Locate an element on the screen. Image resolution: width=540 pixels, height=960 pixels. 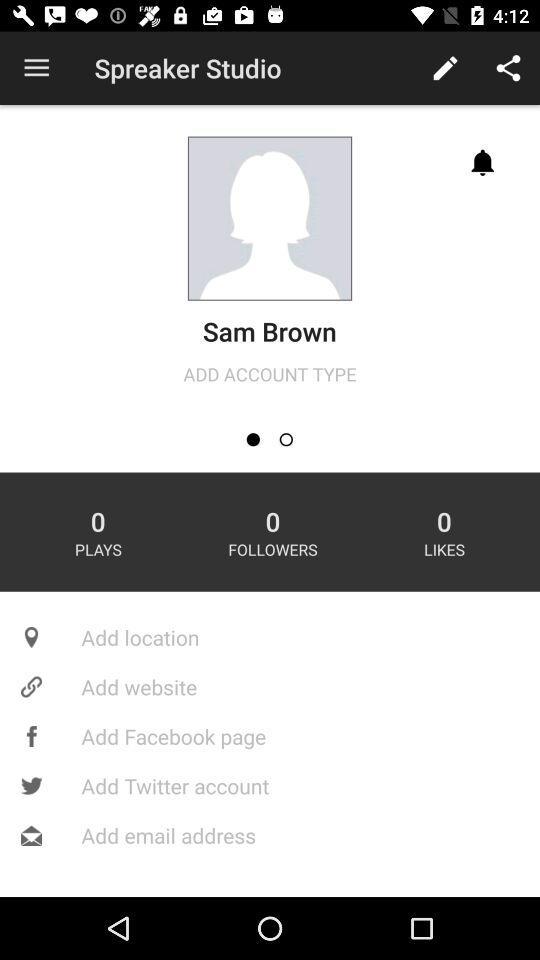
the add website icon is located at coordinates (270, 686).